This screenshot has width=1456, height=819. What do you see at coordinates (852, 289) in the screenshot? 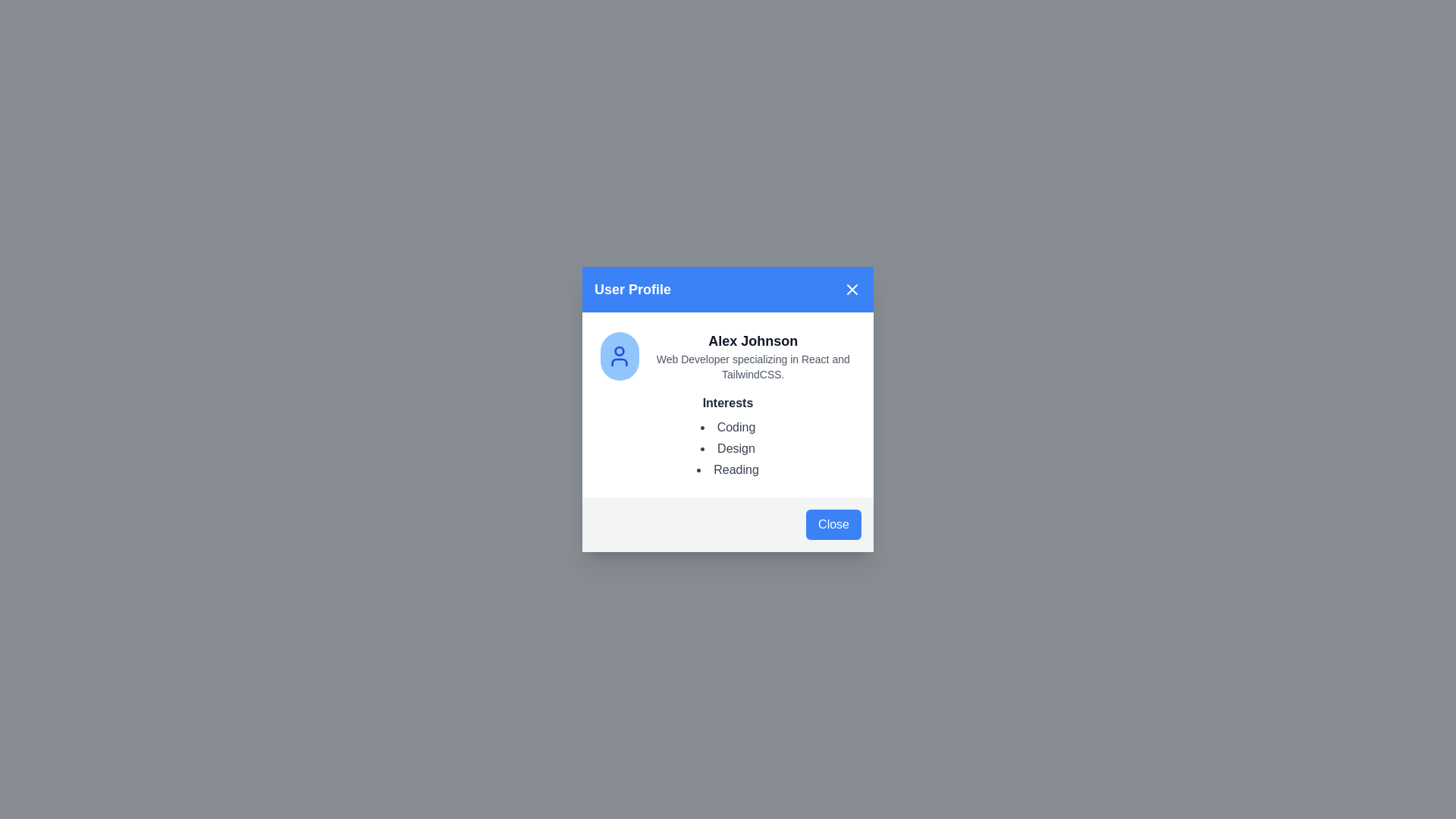
I see `the close button represented by an 'X' icon in the top-right corner of the user profile modal to change its color to blue` at bounding box center [852, 289].